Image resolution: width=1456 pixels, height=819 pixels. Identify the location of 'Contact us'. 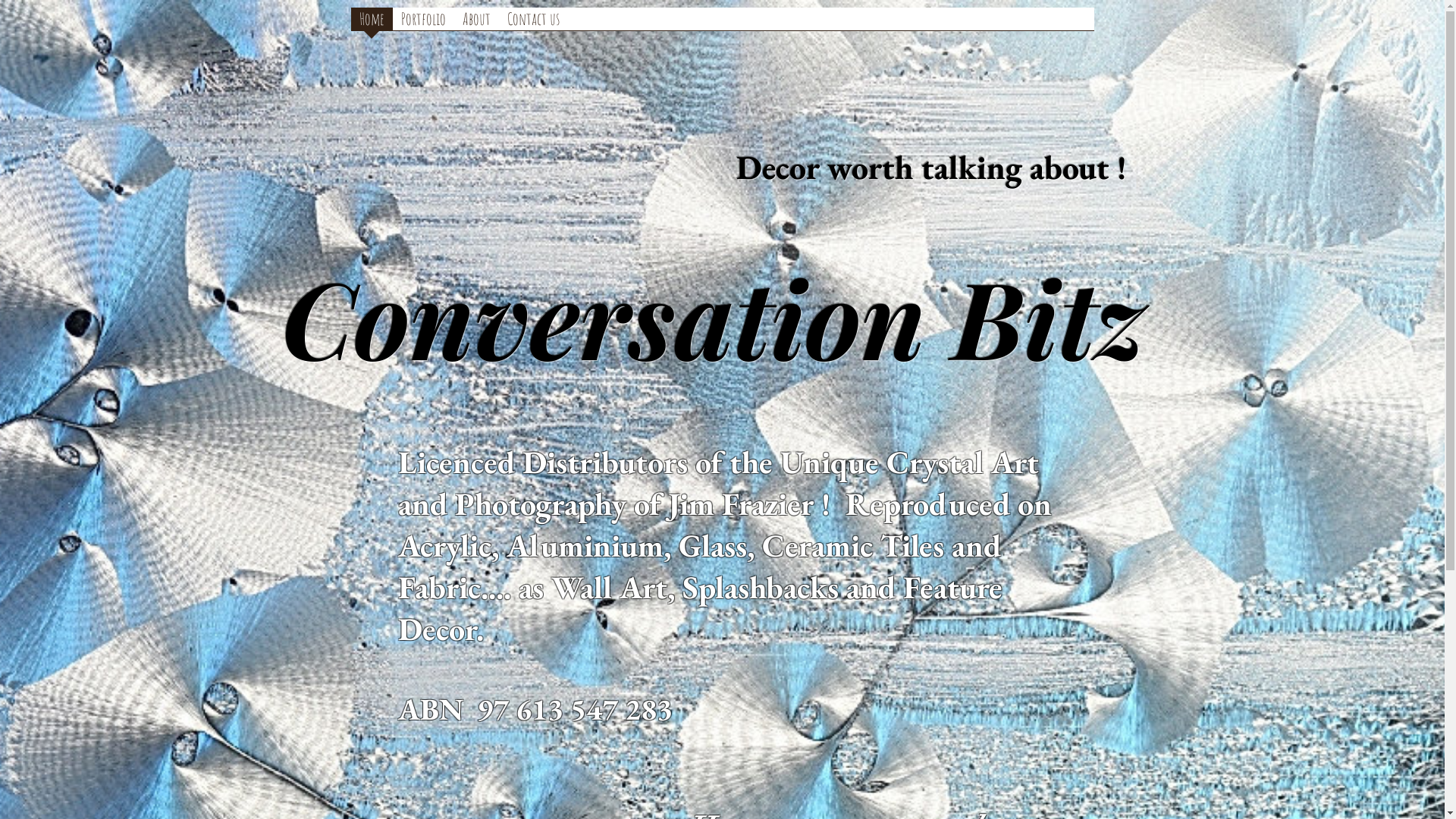
(533, 20).